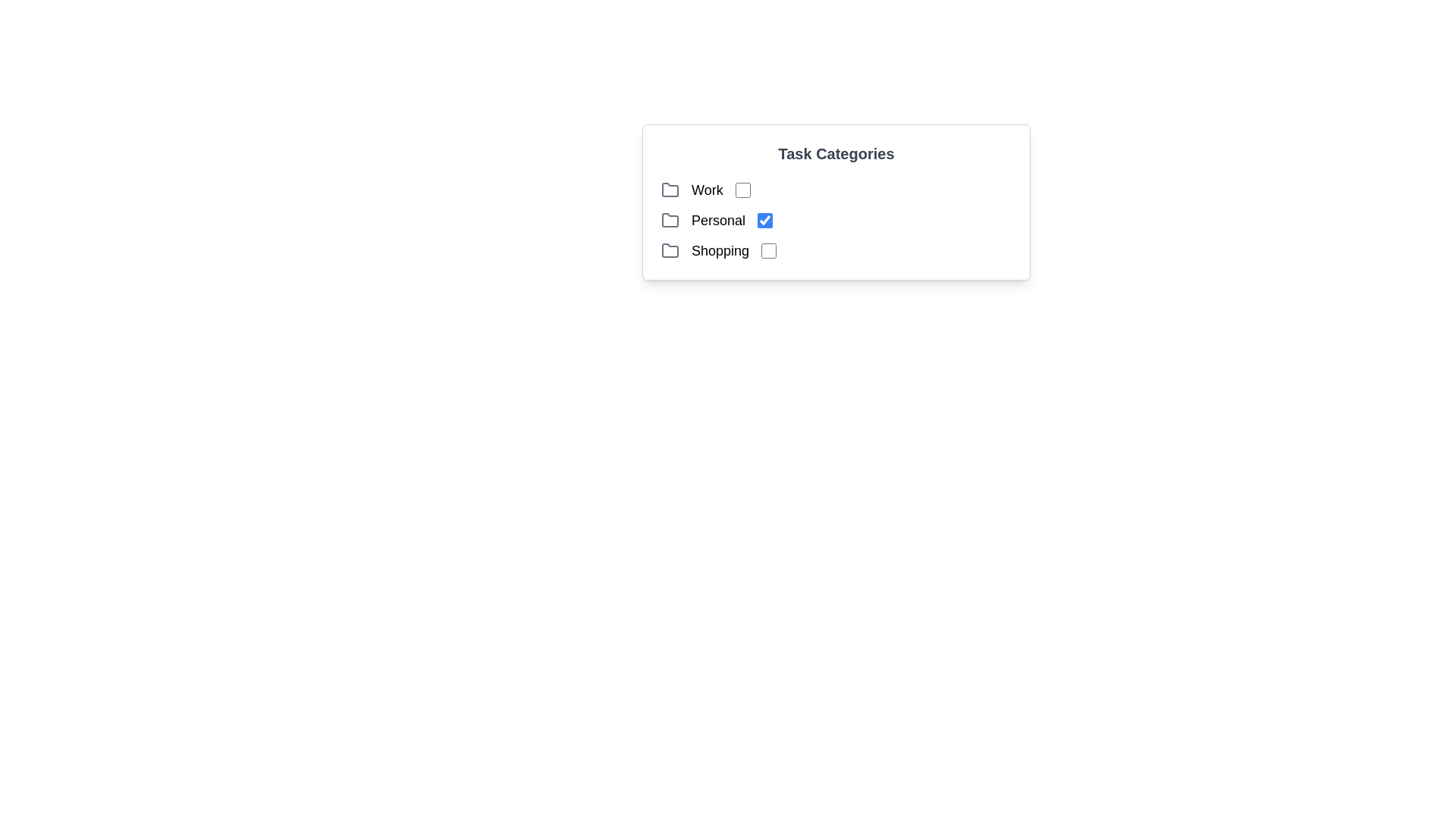 Image resolution: width=1456 pixels, height=819 pixels. I want to click on the checkbox styled with a blue accent next to the text 'Shopping', so click(769, 250).